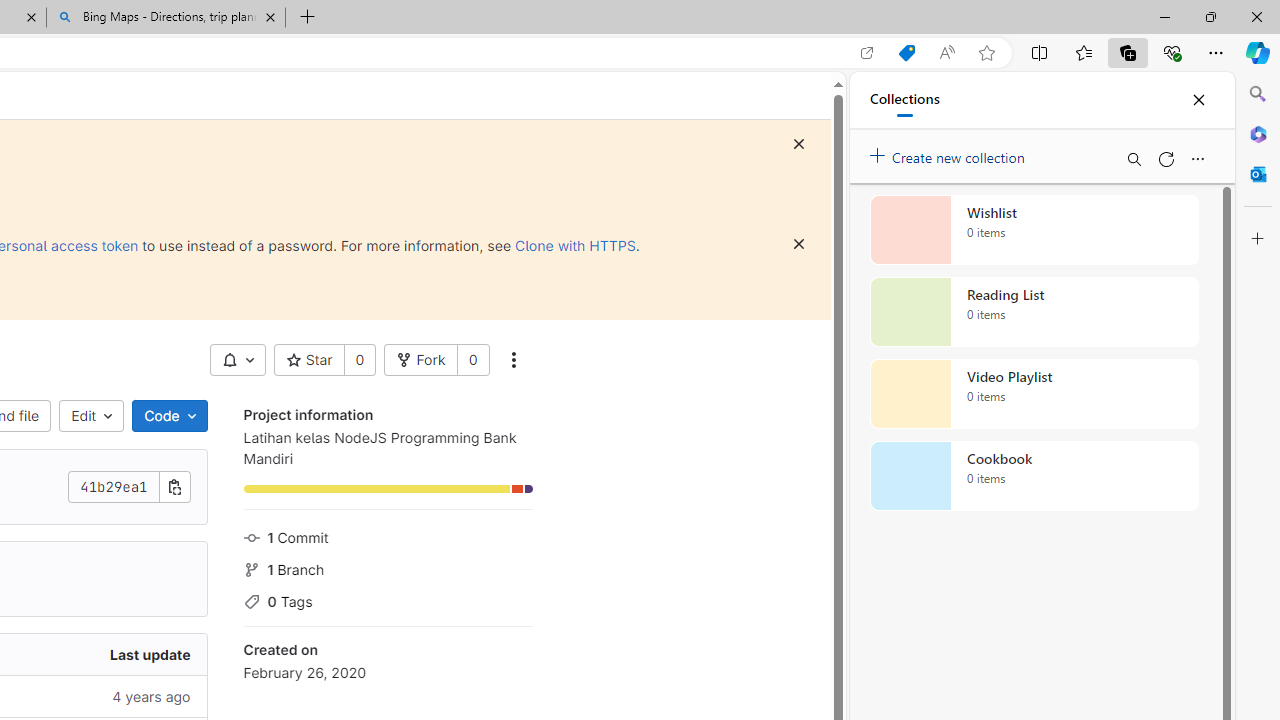 The height and width of the screenshot is (720, 1280). Describe the element at coordinates (307, 17) in the screenshot. I see `'New Tab'` at that location.